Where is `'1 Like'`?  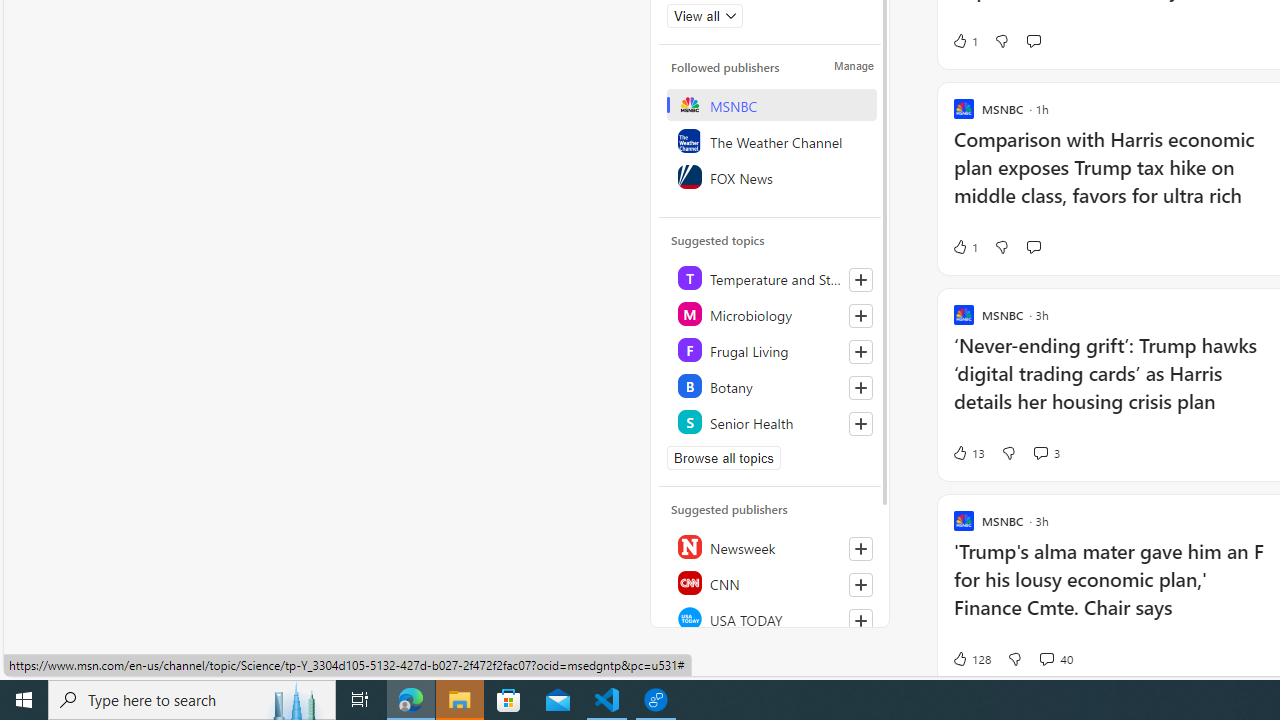
'1 Like' is located at coordinates (964, 245).